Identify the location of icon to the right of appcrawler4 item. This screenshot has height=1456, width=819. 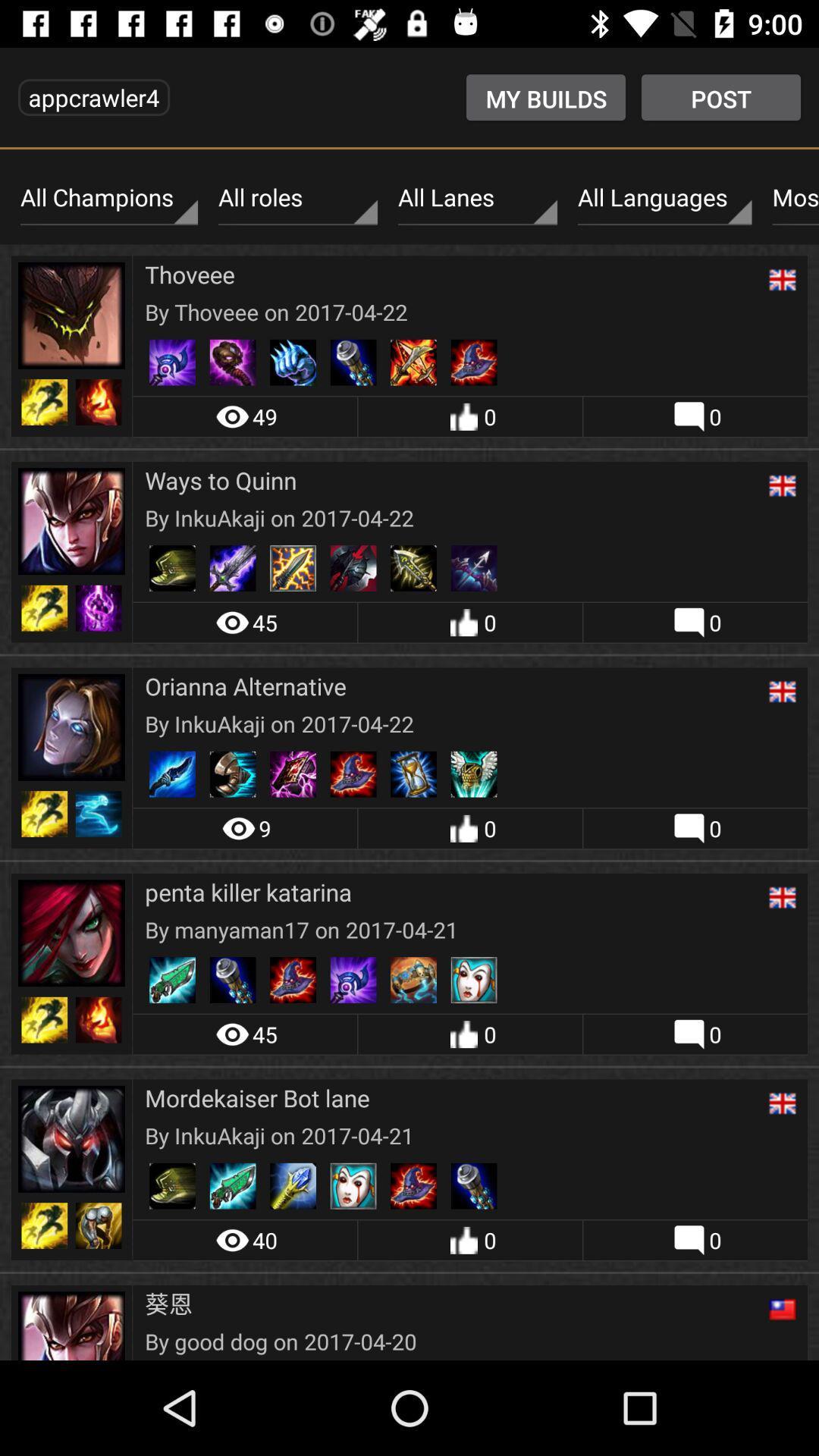
(546, 96).